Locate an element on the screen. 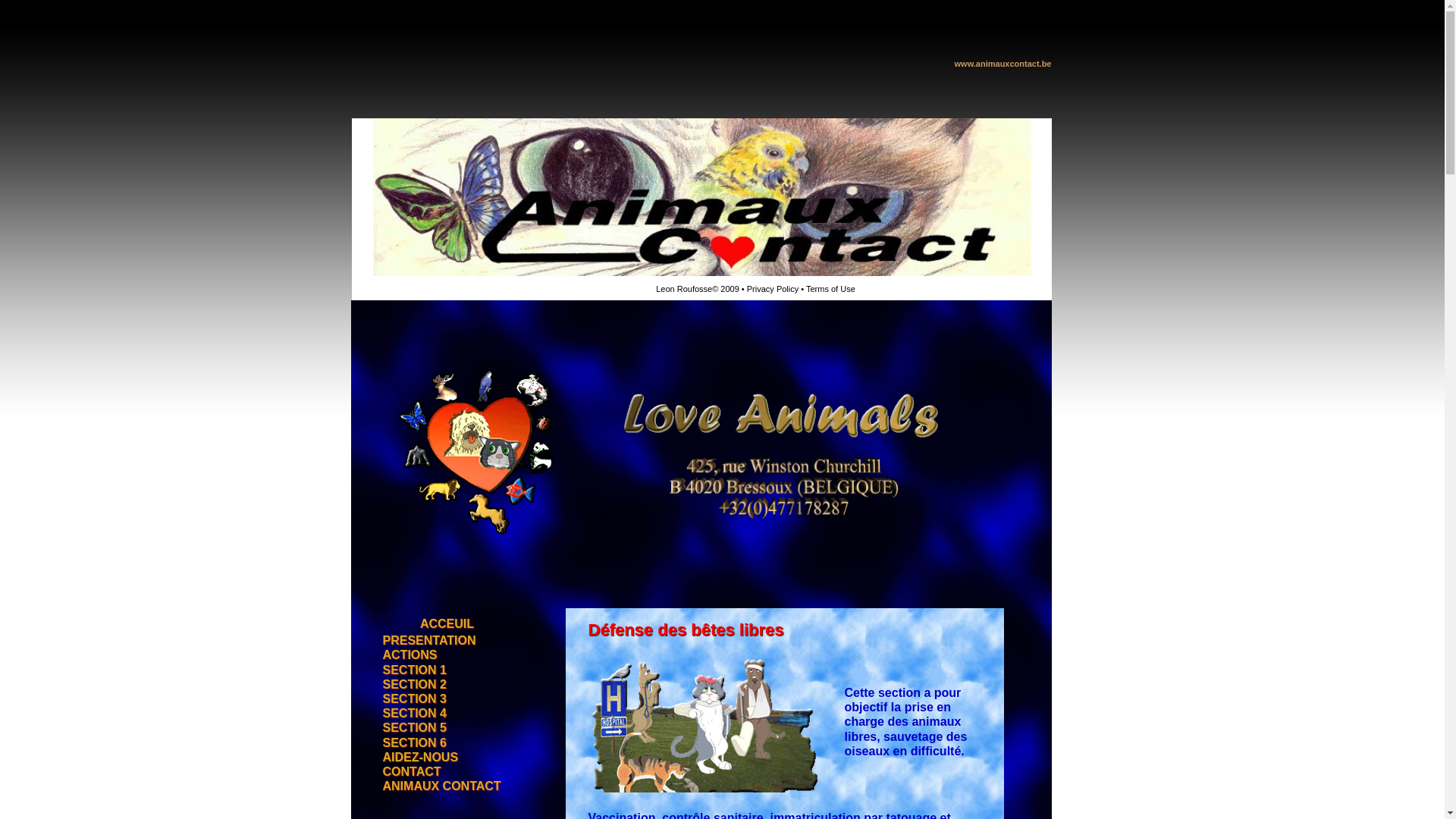 This screenshot has width=1456, height=819. 'ACTIONS' is located at coordinates (409, 654).